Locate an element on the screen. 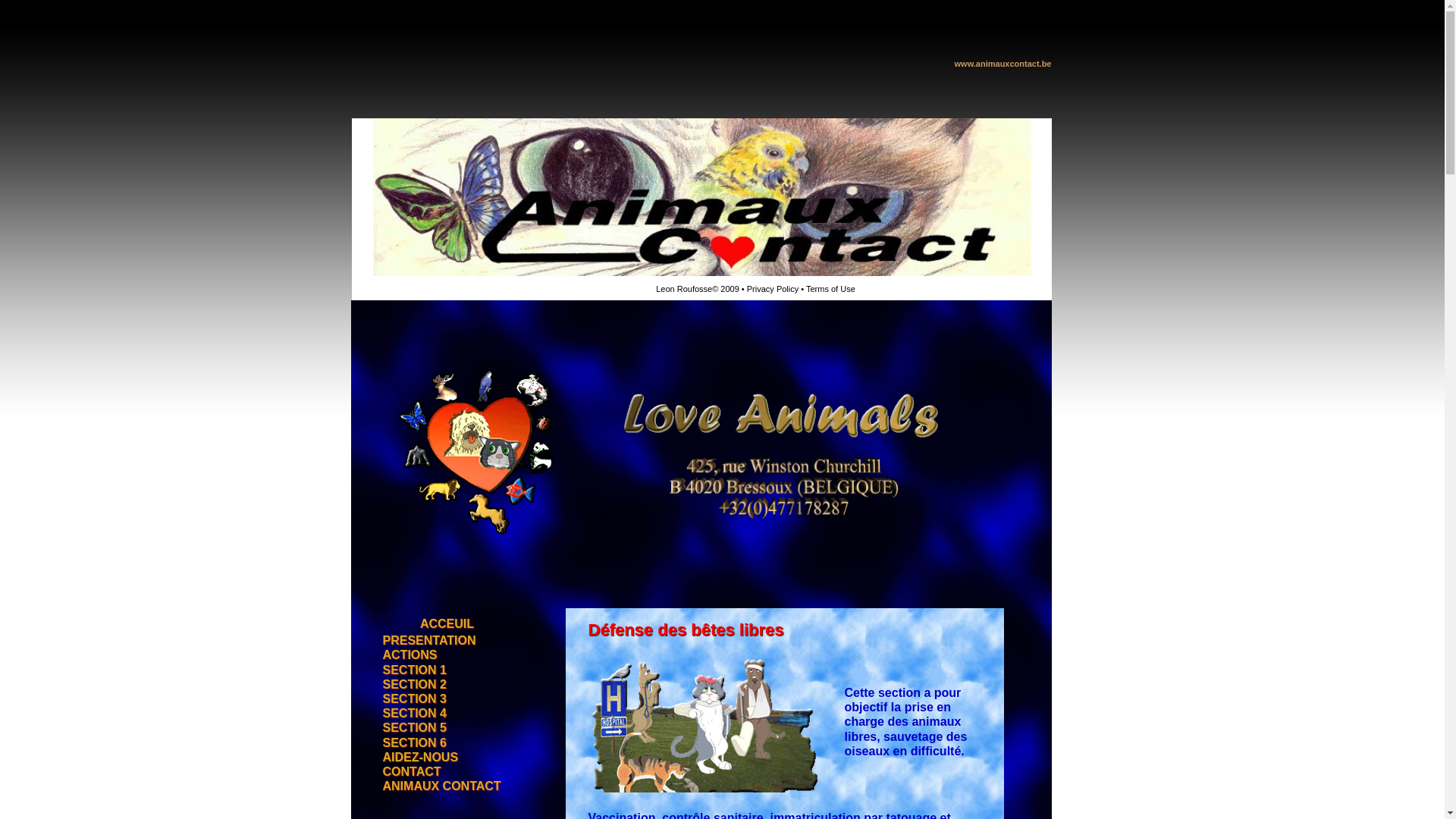 This screenshot has width=1456, height=819. 'ACTIONS' is located at coordinates (409, 654).